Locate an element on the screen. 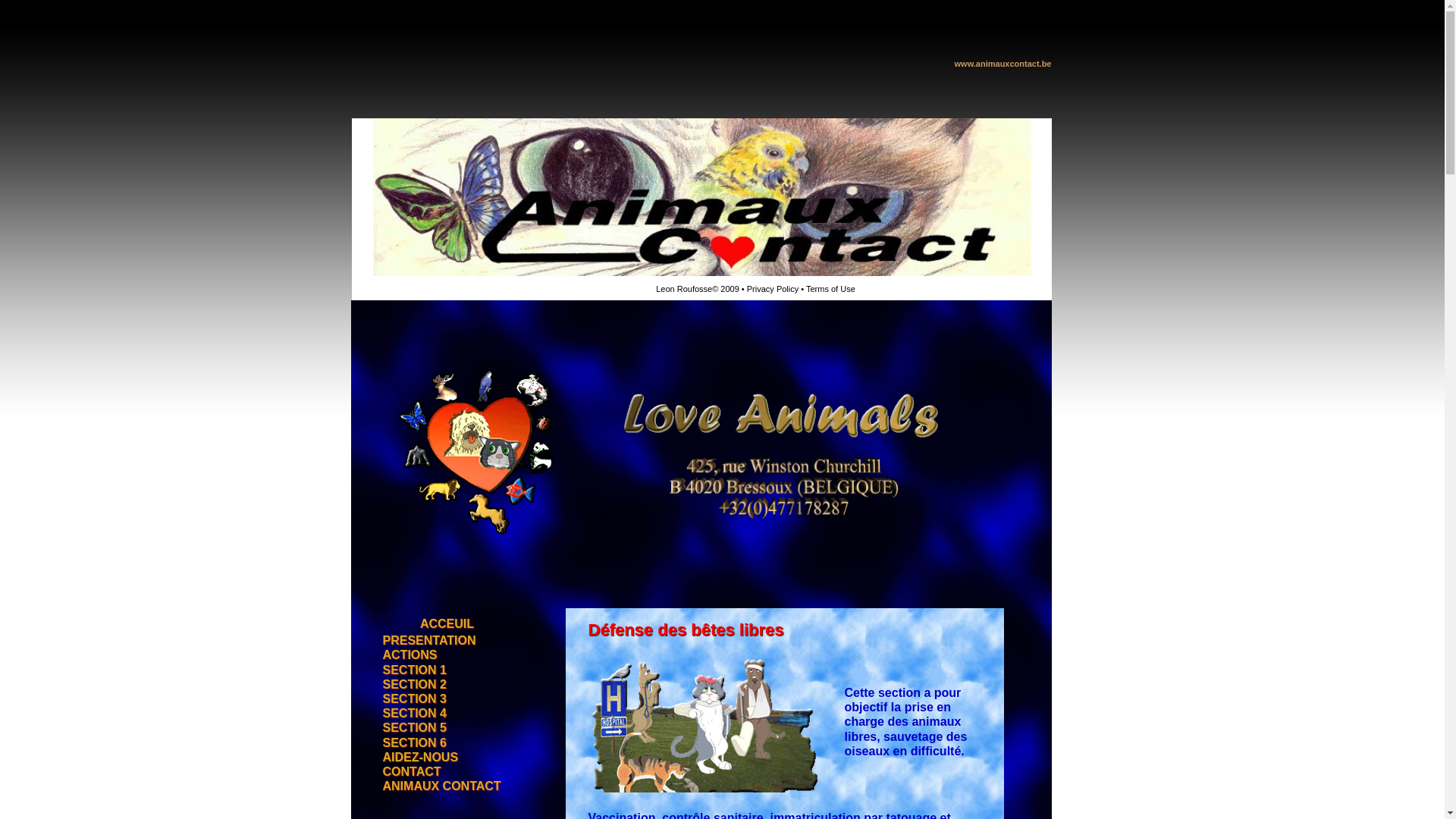 This screenshot has width=1456, height=819. 'ACTIONS' is located at coordinates (409, 654).